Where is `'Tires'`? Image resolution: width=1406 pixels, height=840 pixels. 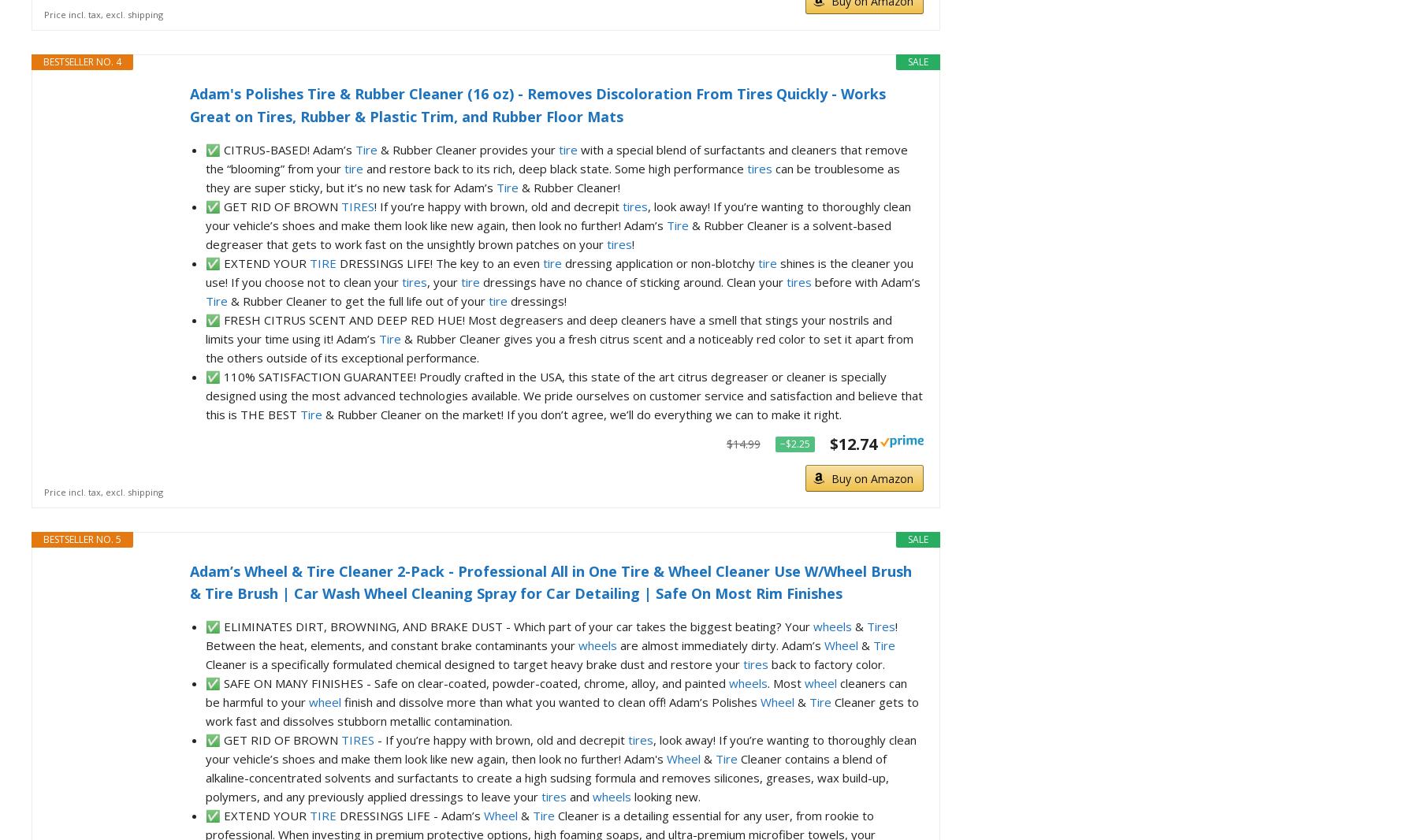
'Tires' is located at coordinates (866, 626).